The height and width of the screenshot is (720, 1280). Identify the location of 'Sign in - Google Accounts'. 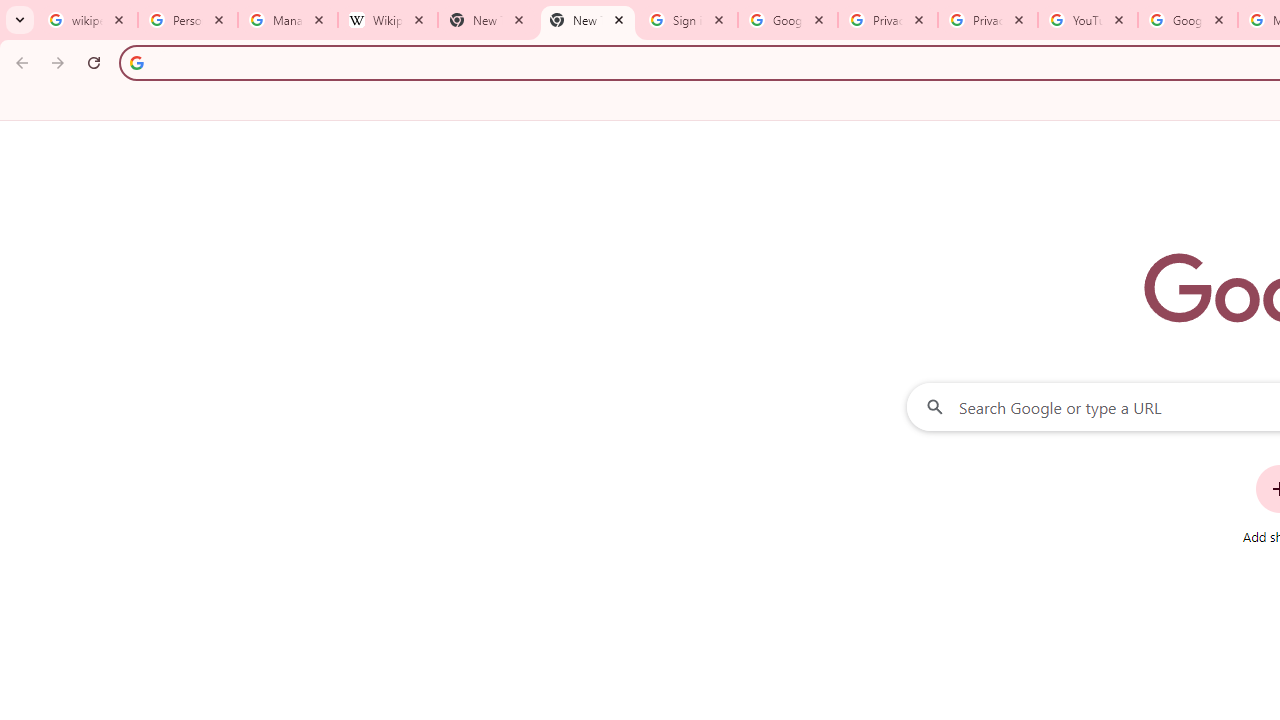
(688, 20).